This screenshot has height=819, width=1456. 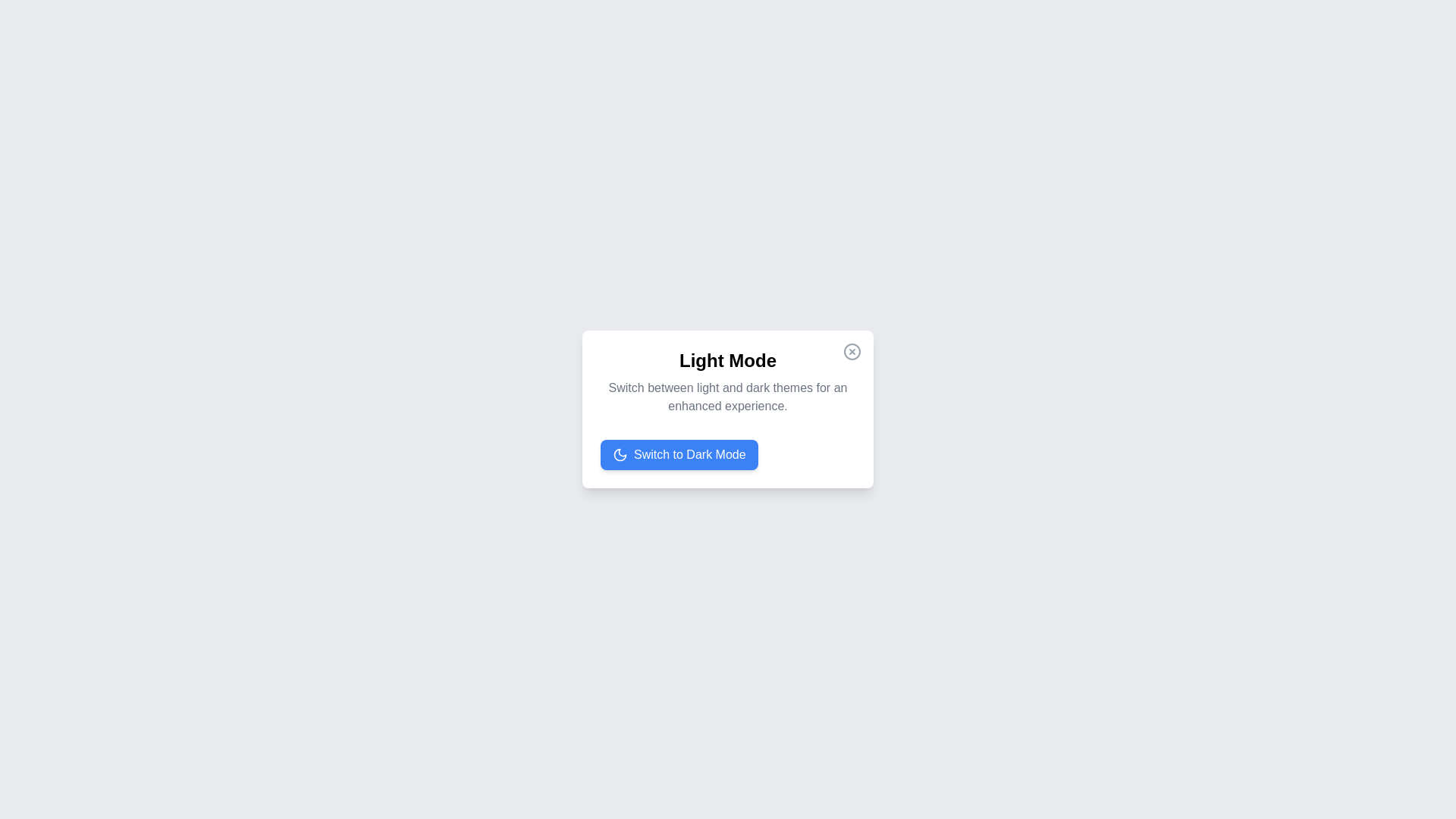 What do you see at coordinates (852, 351) in the screenshot?
I see `the close button to close the dialog` at bounding box center [852, 351].